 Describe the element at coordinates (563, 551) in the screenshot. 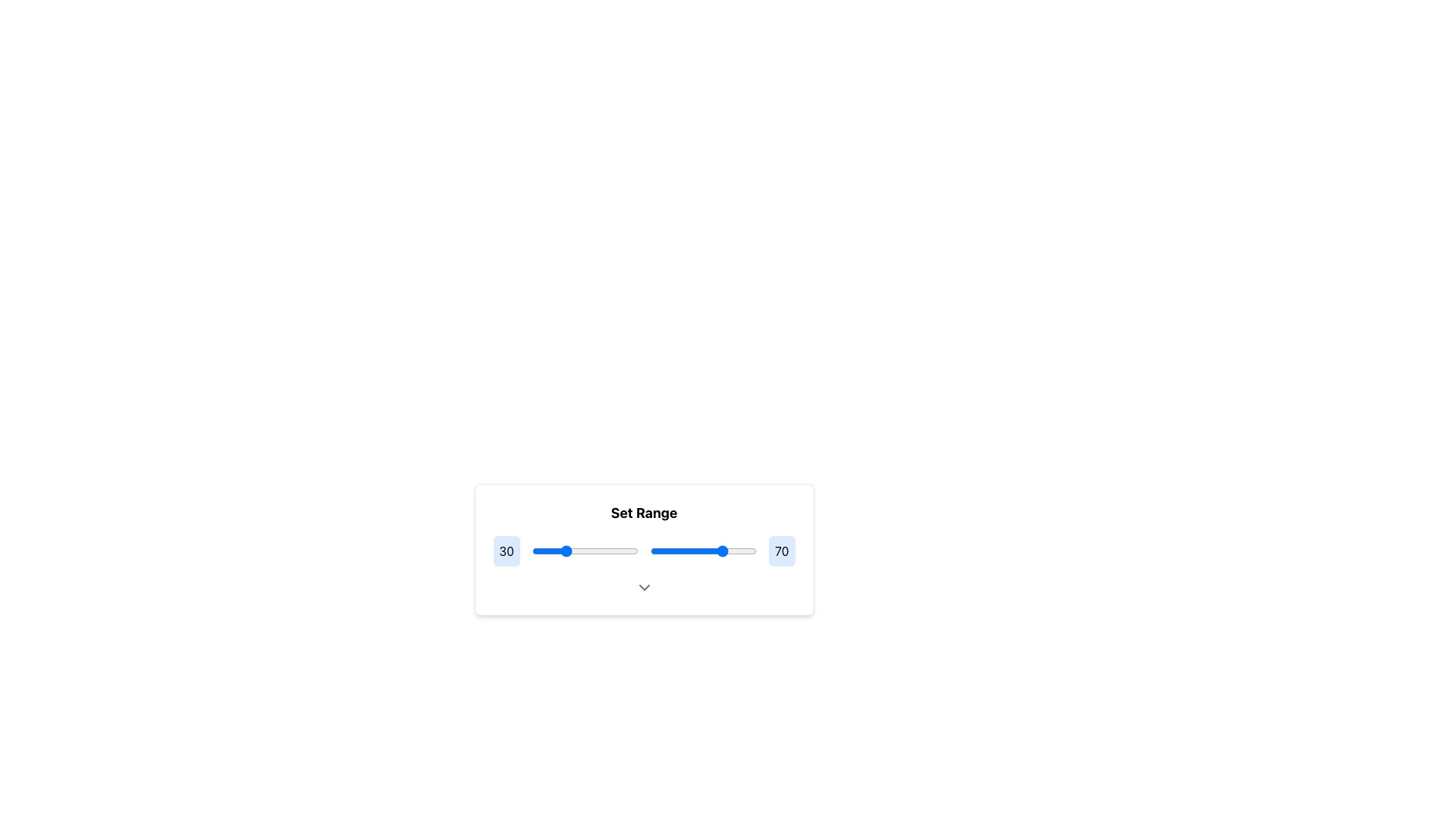

I see `the start value of the range slider` at that location.